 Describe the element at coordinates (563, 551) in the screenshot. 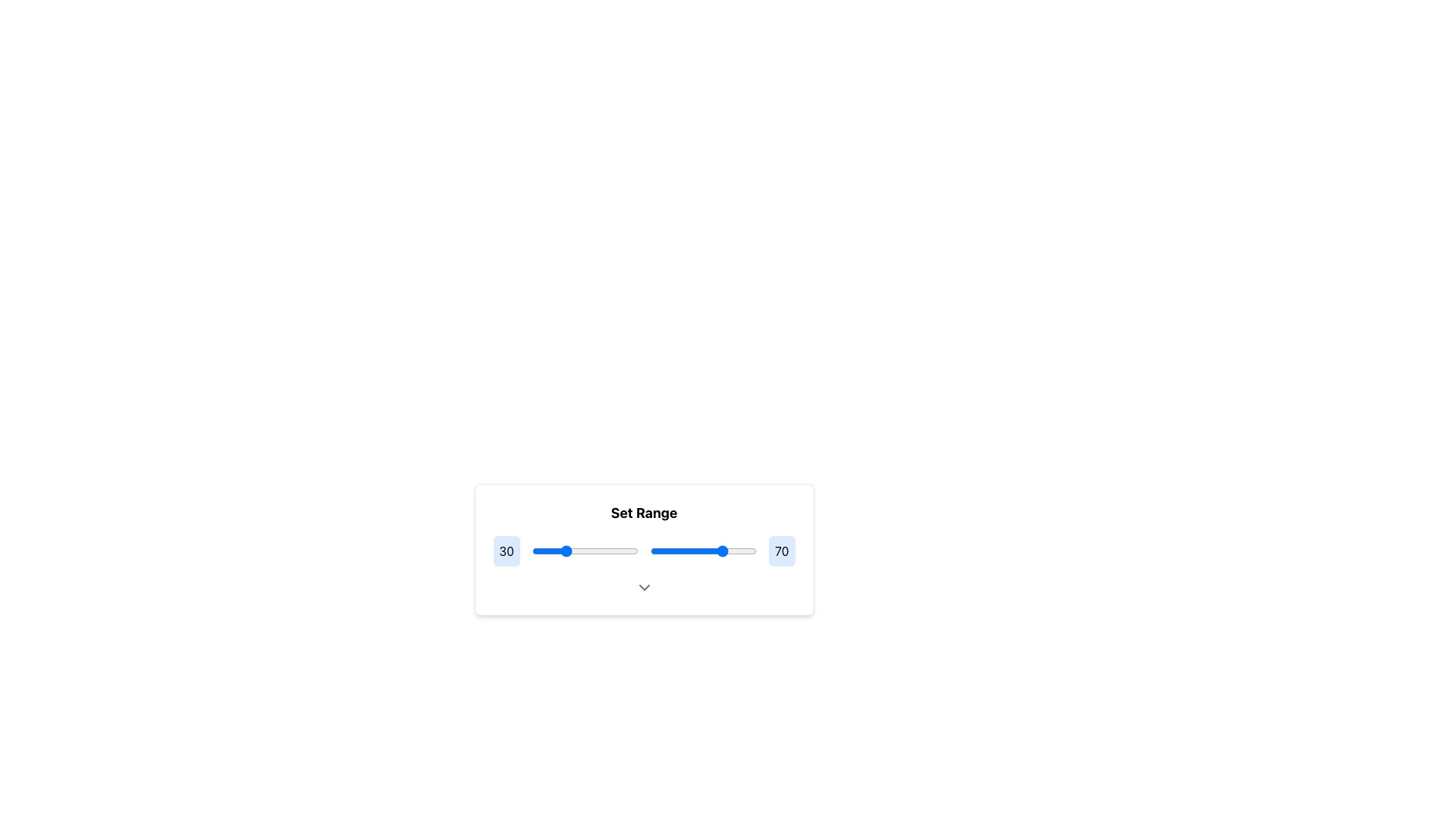

I see `the start value of the range slider` at that location.